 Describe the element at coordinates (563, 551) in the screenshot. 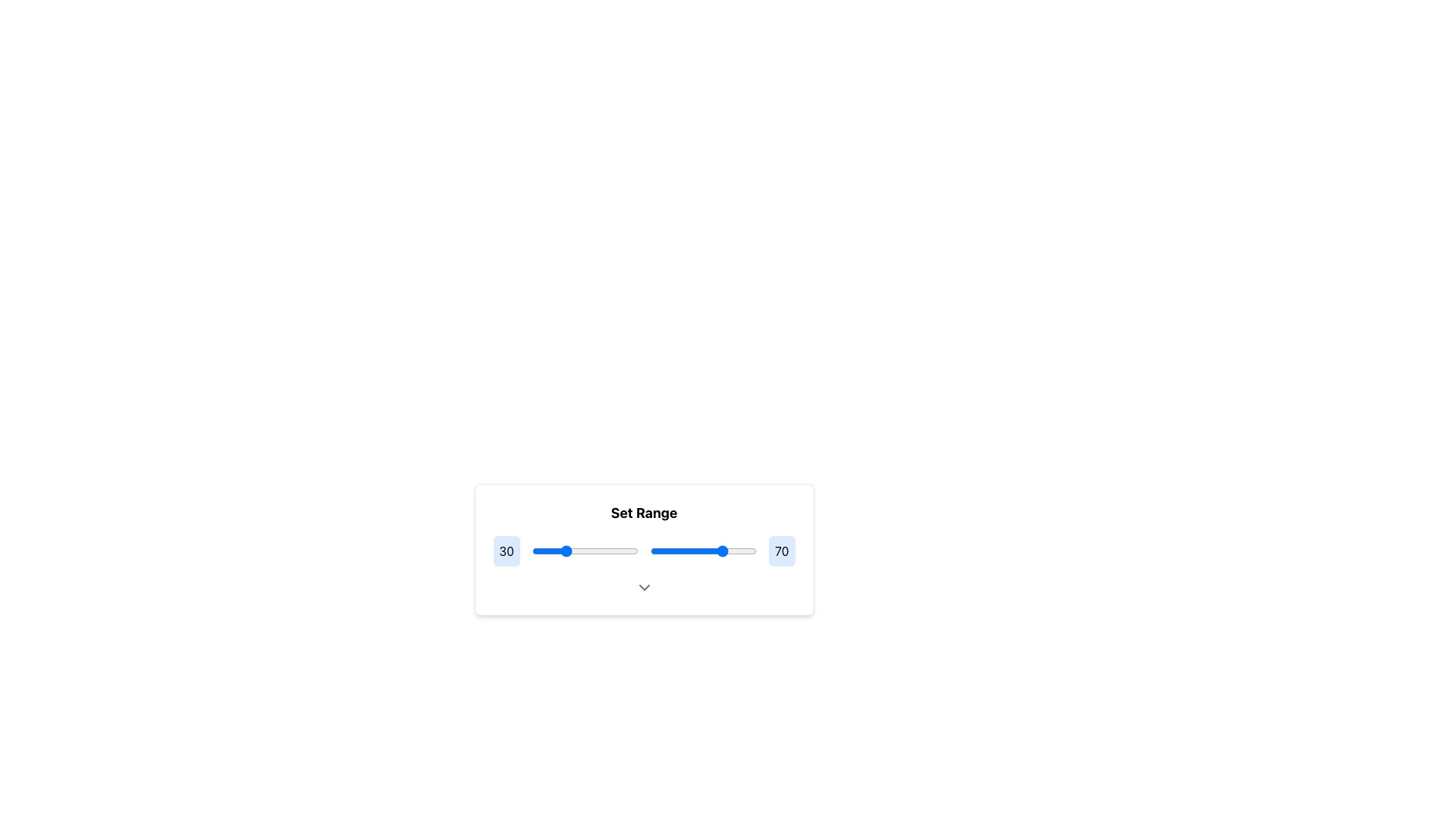

I see `the start value of the range slider` at that location.